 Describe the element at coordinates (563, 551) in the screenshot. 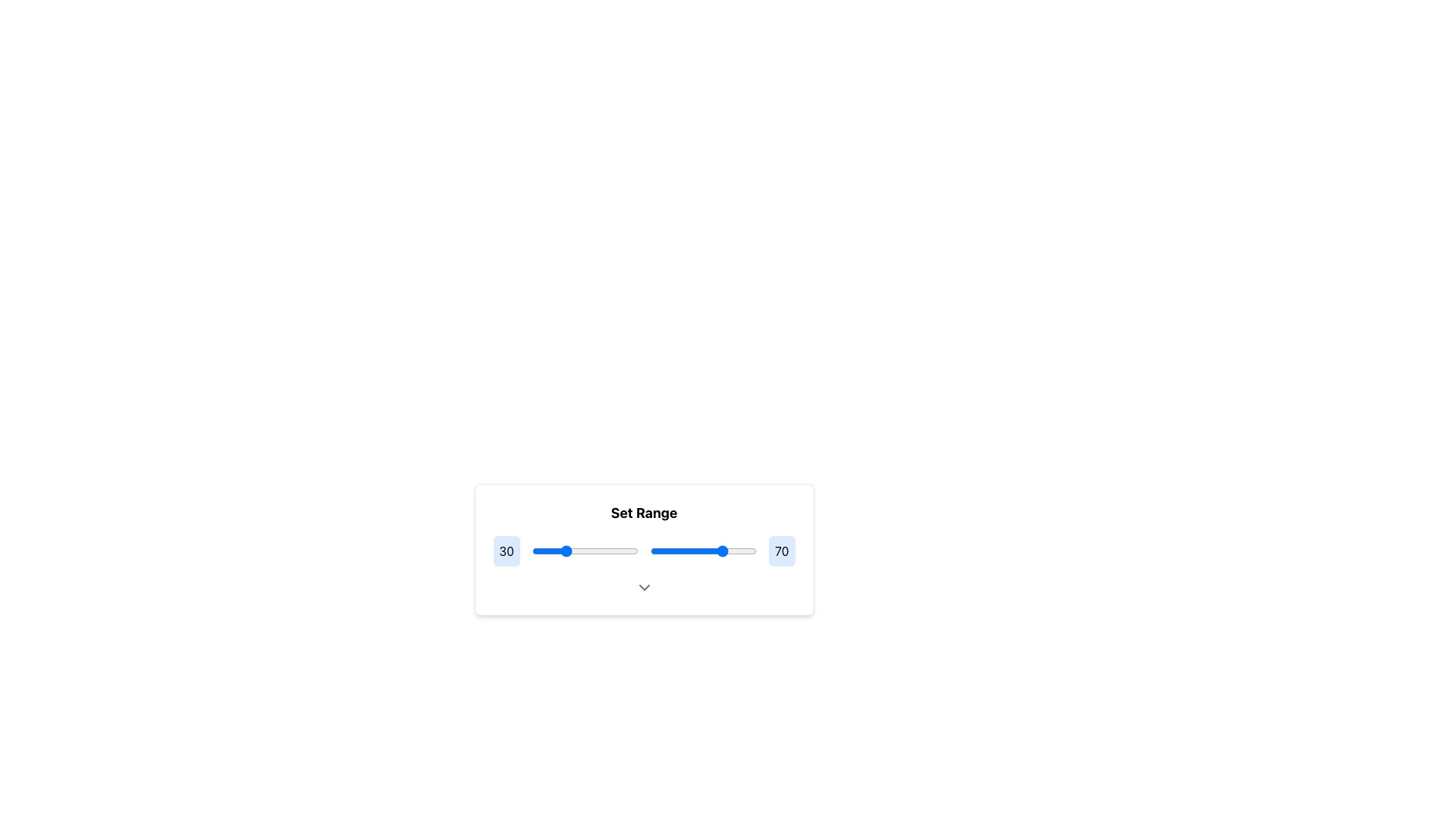

I see `the start value of the range slider` at that location.